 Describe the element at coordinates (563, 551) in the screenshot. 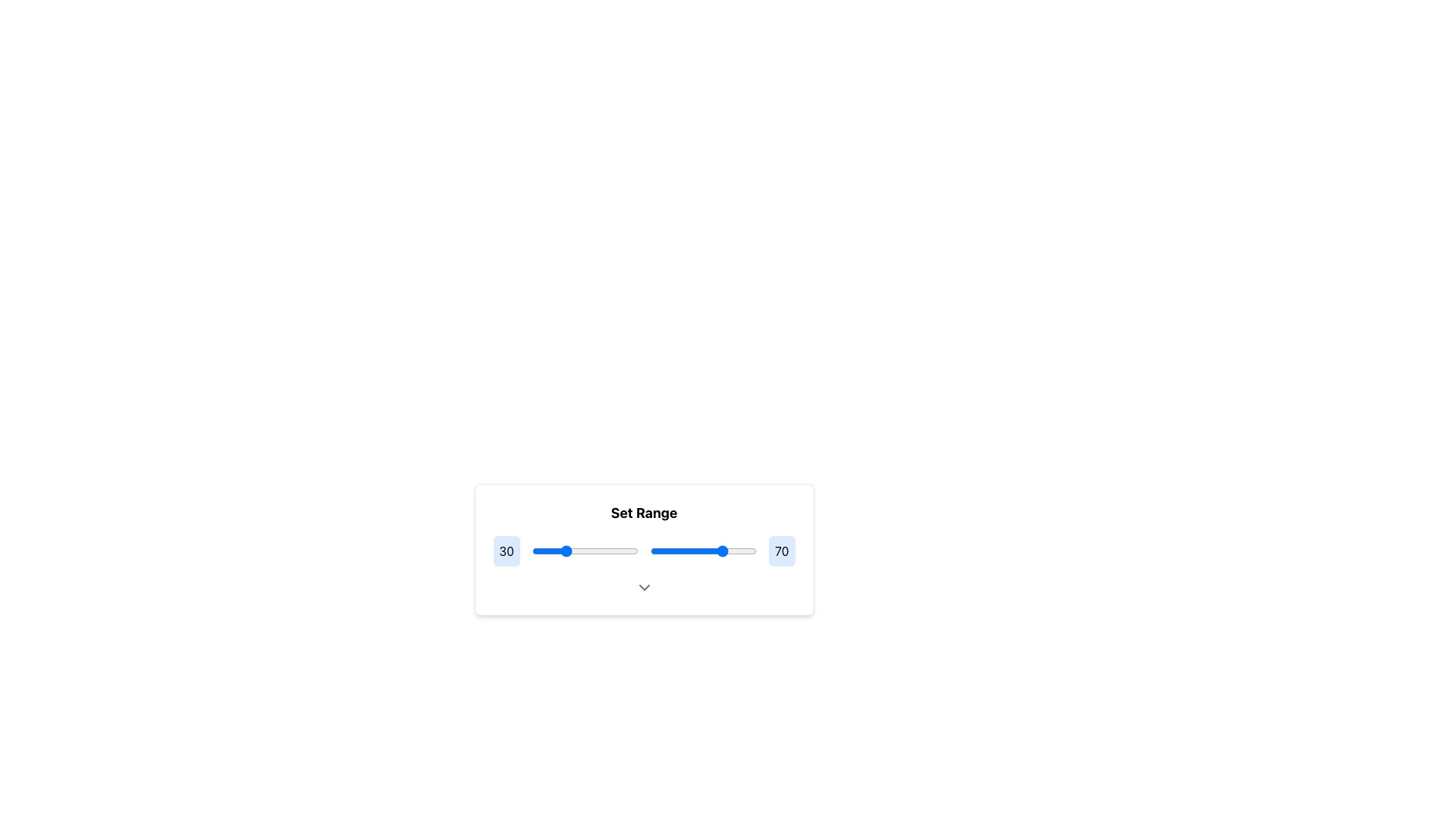

I see `the start value of the range slider` at that location.